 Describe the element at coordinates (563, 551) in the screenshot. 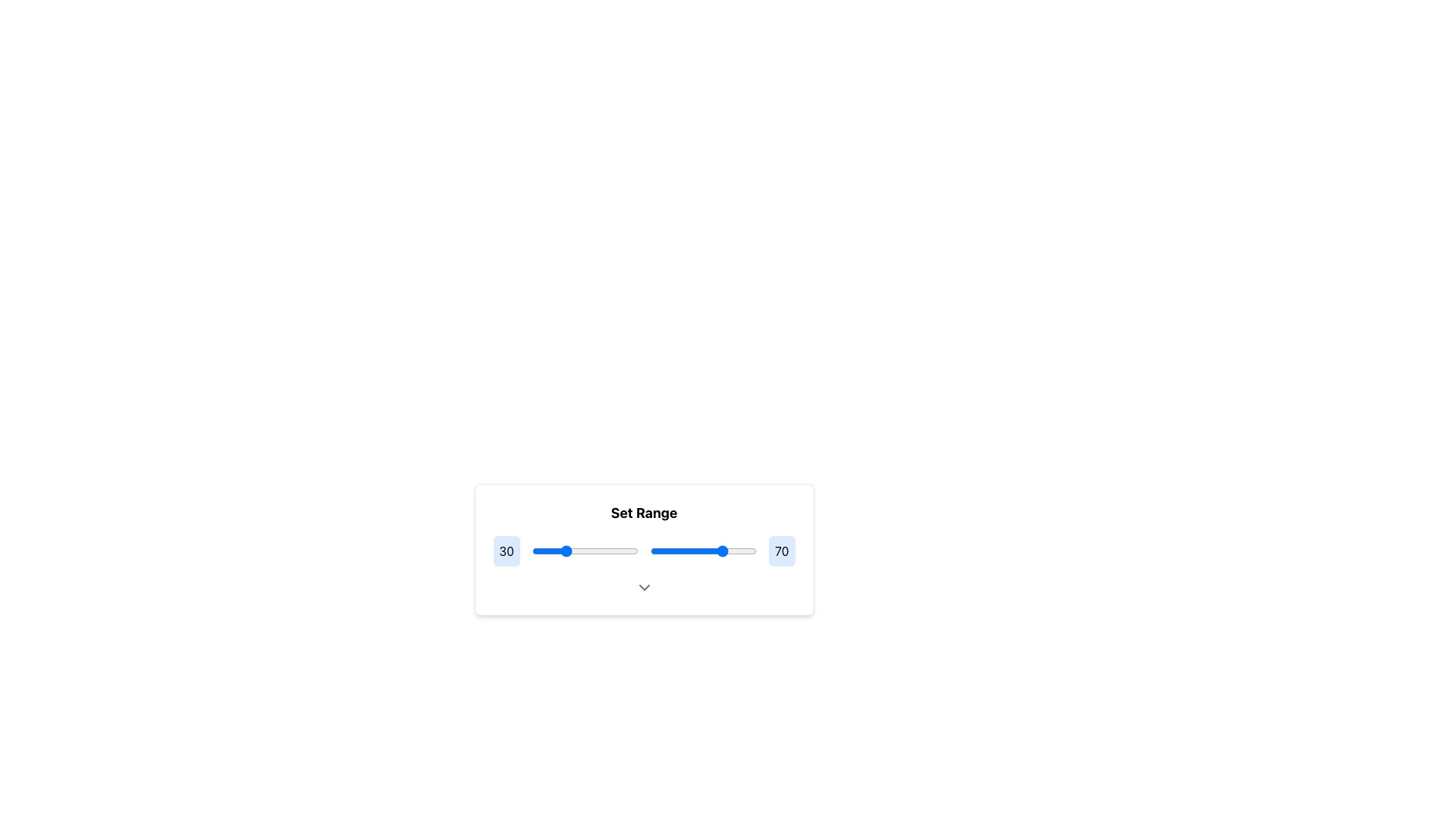

I see `the start value of the range slider` at that location.